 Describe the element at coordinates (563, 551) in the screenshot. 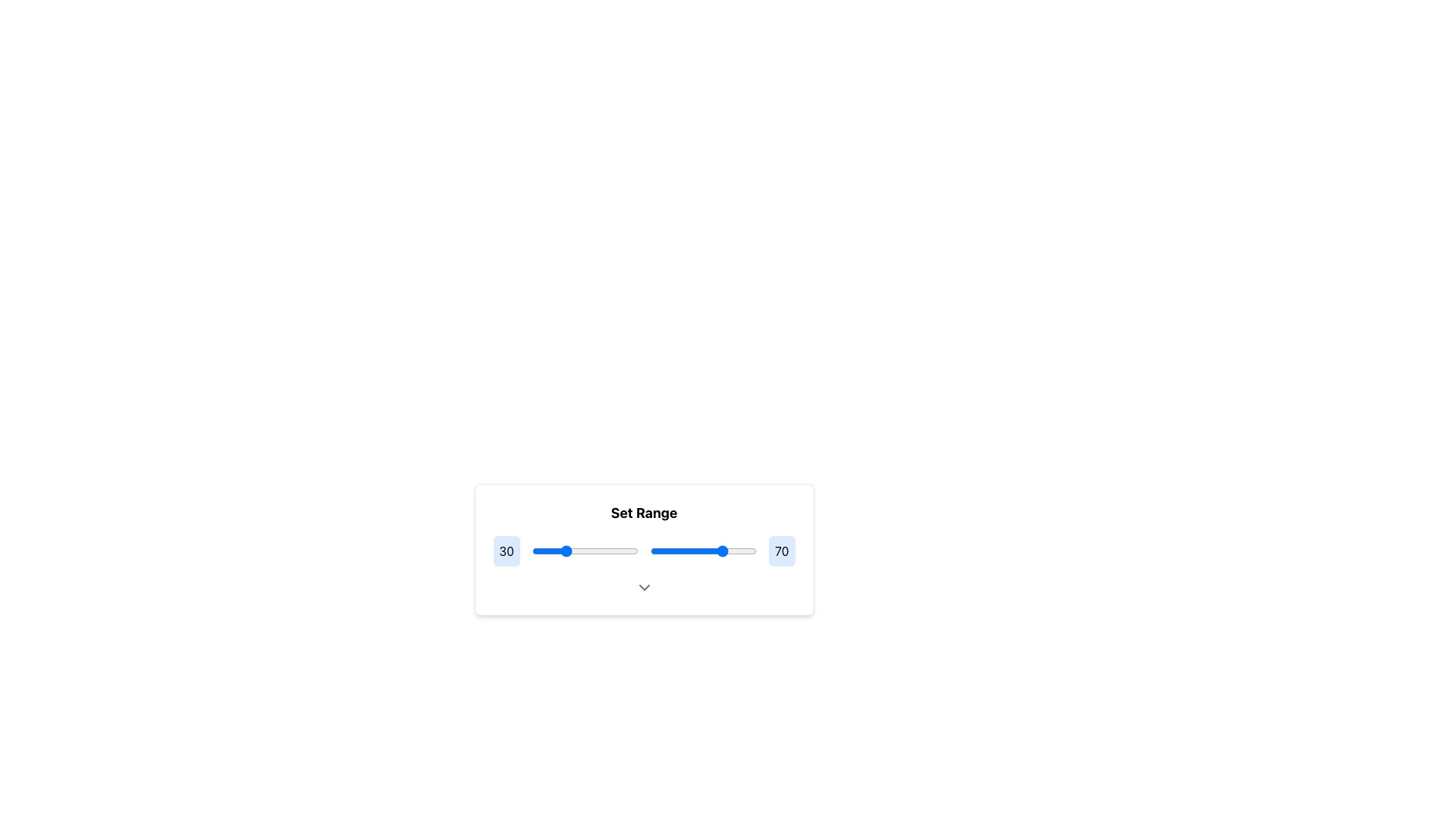

I see `the start value of the range slider` at that location.